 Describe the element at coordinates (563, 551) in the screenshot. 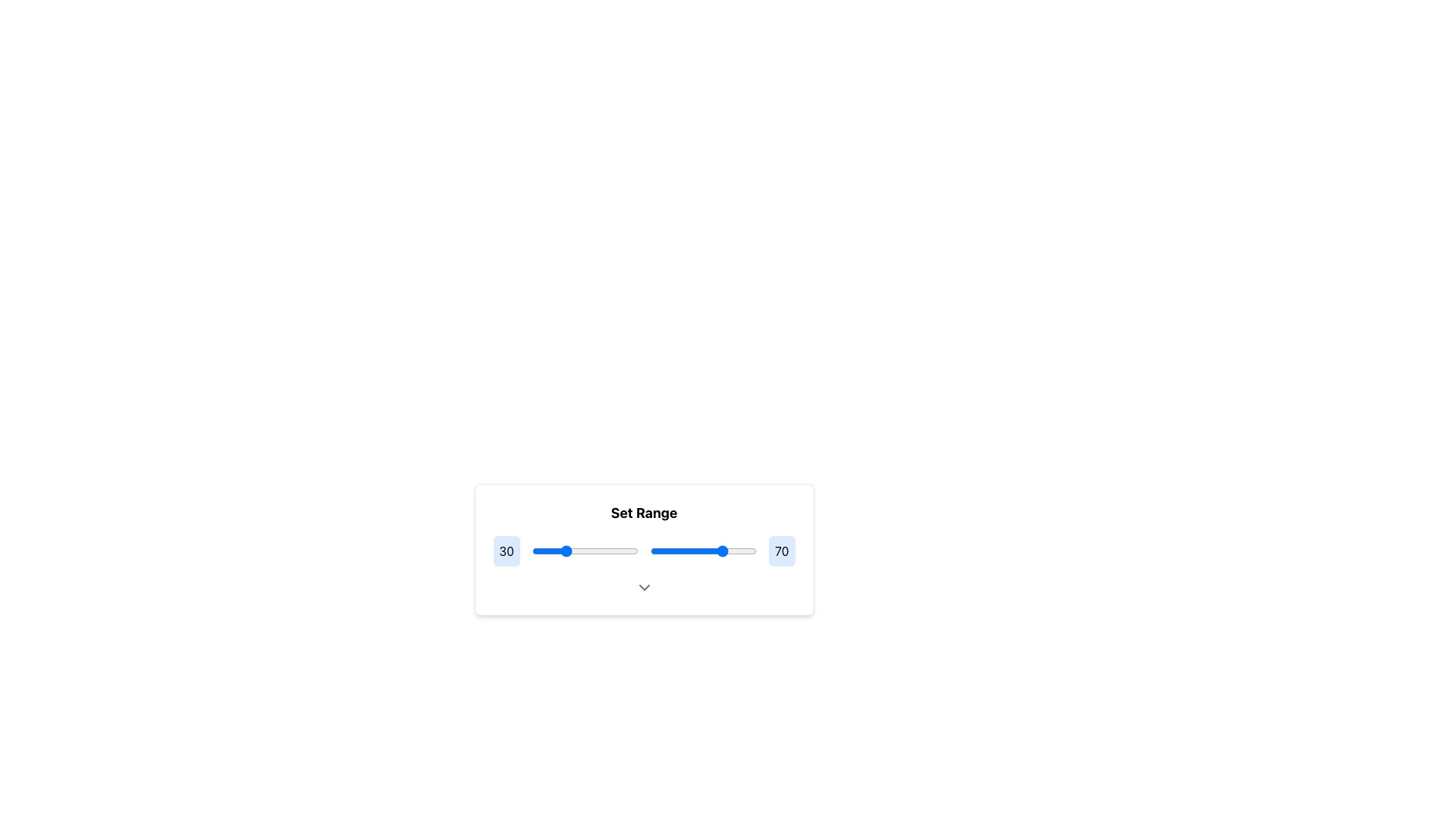

I see `the start value of the range slider` at that location.